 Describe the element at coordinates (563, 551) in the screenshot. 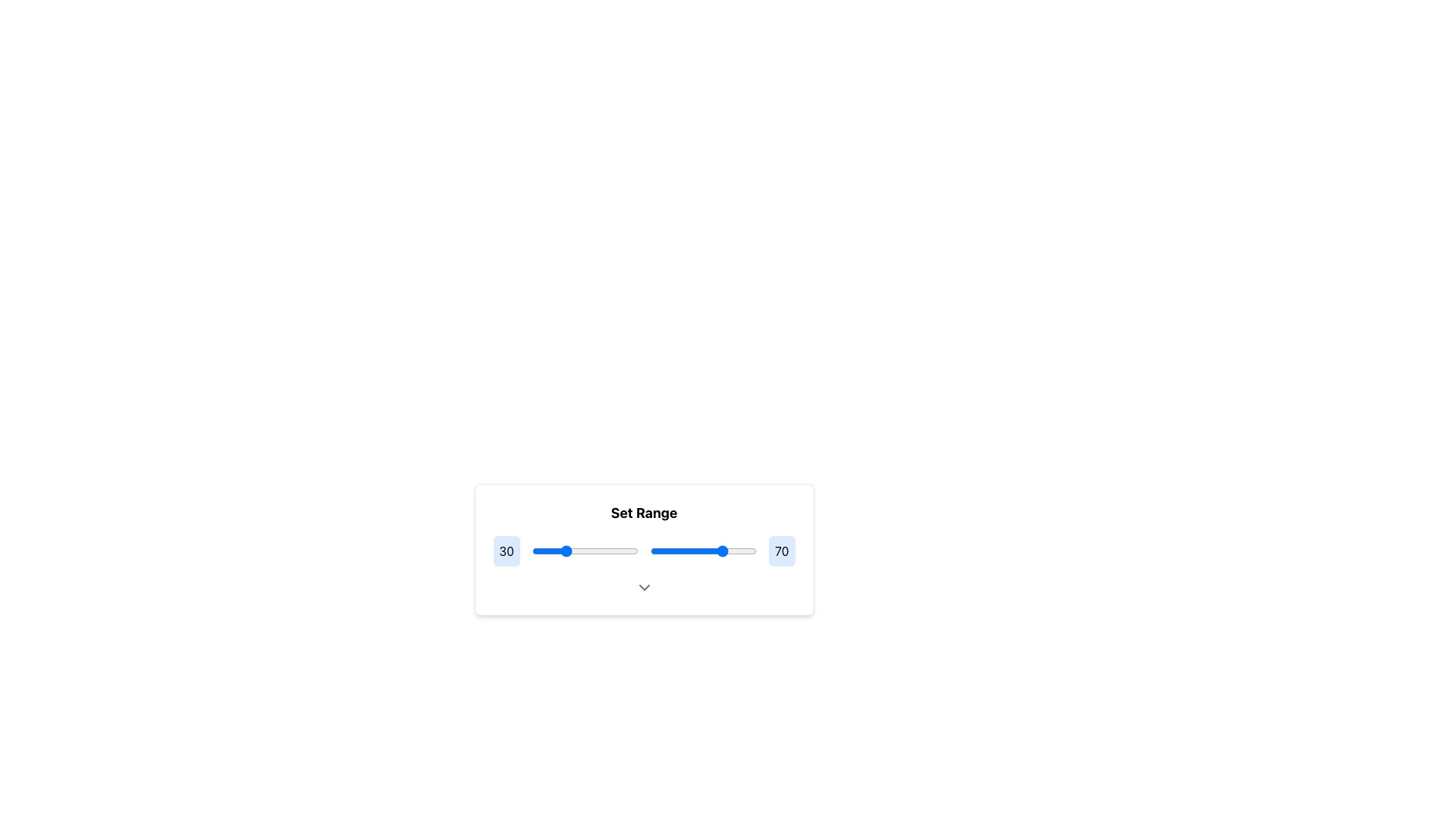

I see `the start value of the range slider` at that location.